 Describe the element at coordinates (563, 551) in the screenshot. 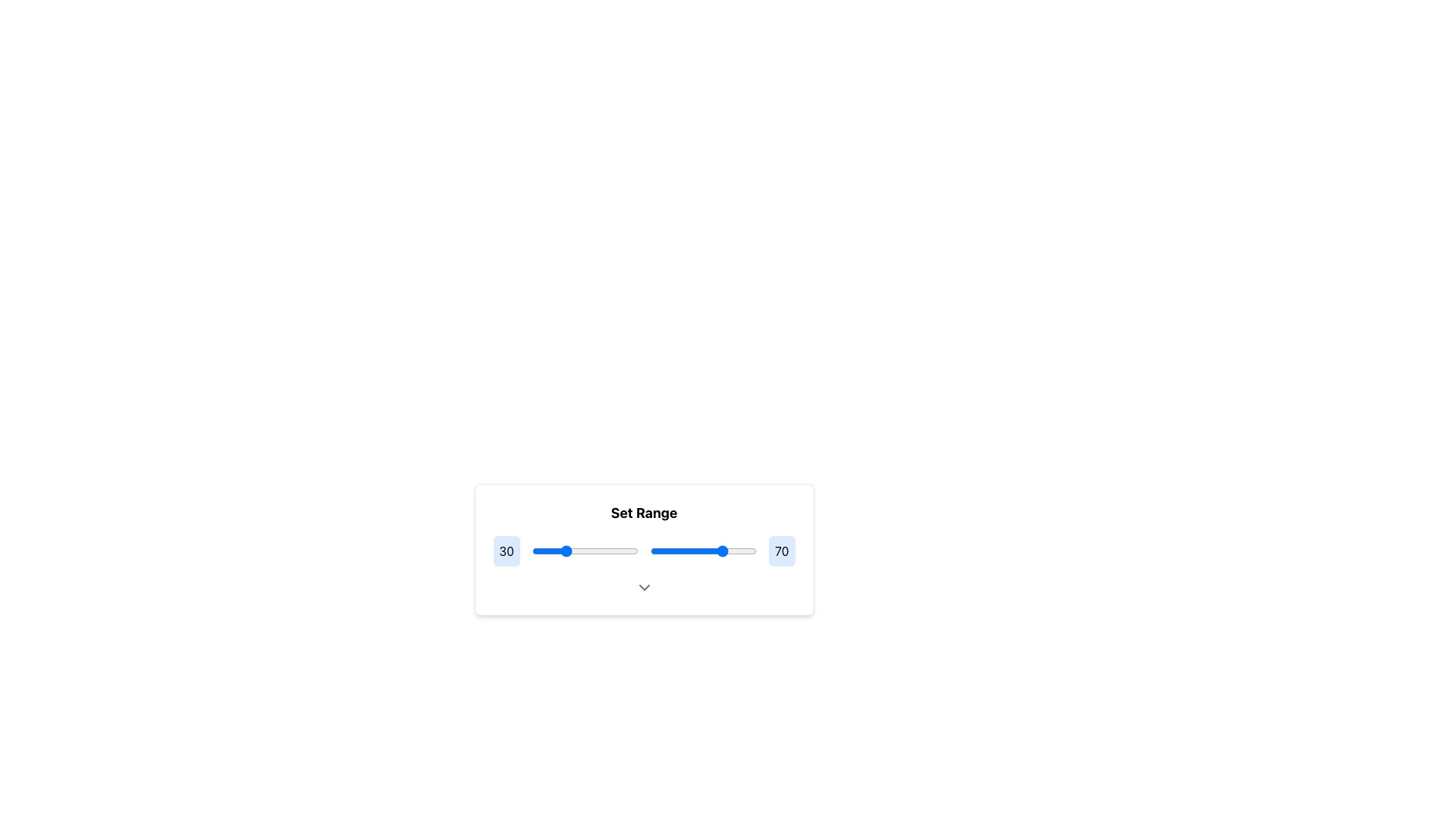

I see `the start value of the range slider` at that location.